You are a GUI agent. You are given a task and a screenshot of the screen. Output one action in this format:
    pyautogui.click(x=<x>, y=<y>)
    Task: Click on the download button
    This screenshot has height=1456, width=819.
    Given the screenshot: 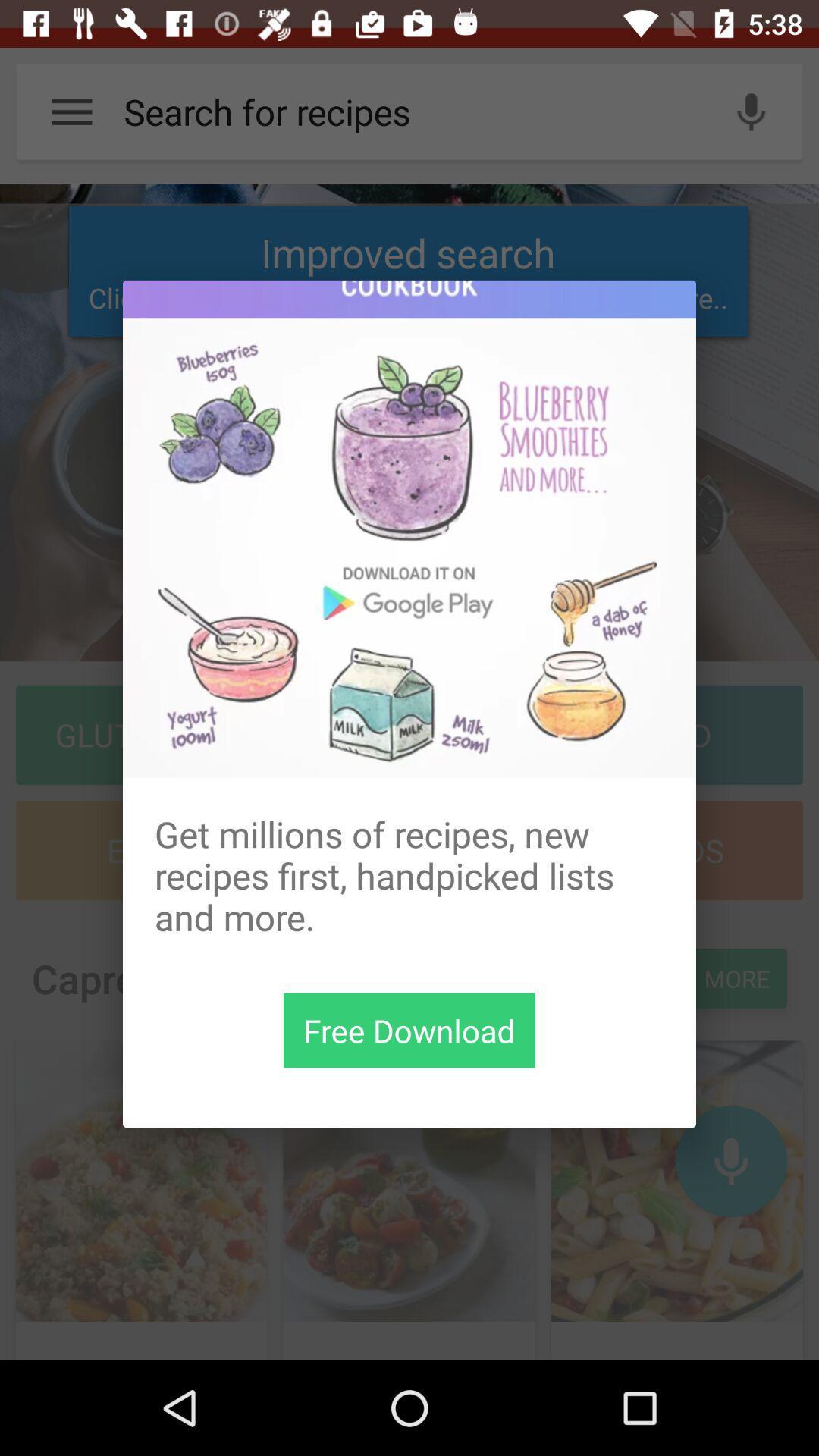 What is the action you would take?
    pyautogui.click(x=409, y=1030)
    